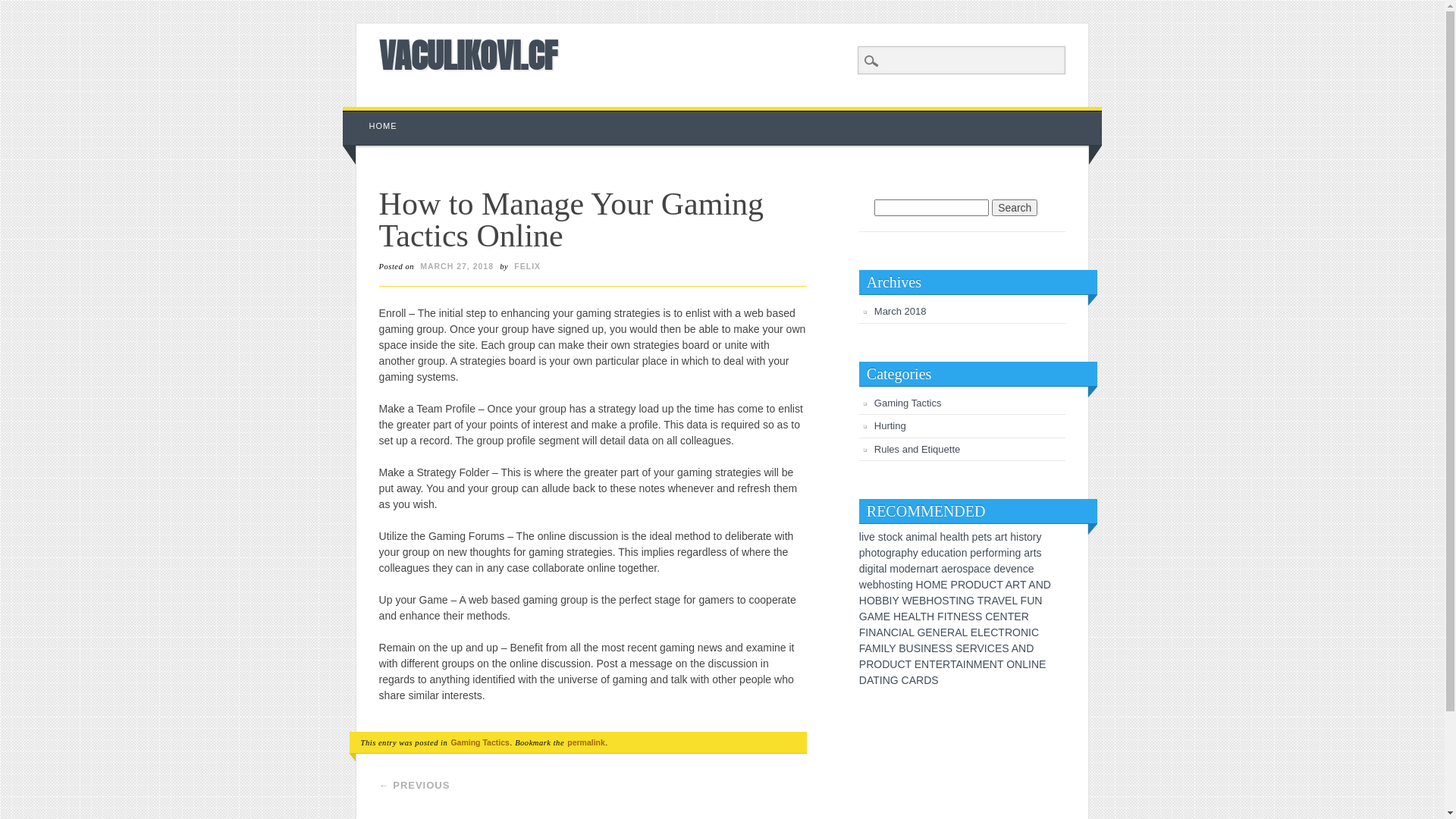 This screenshot has height=819, width=1456. Describe the element at coordinates (467, 55) in the screenshot. I see `'VACULIKOVI.CF'` at that location.